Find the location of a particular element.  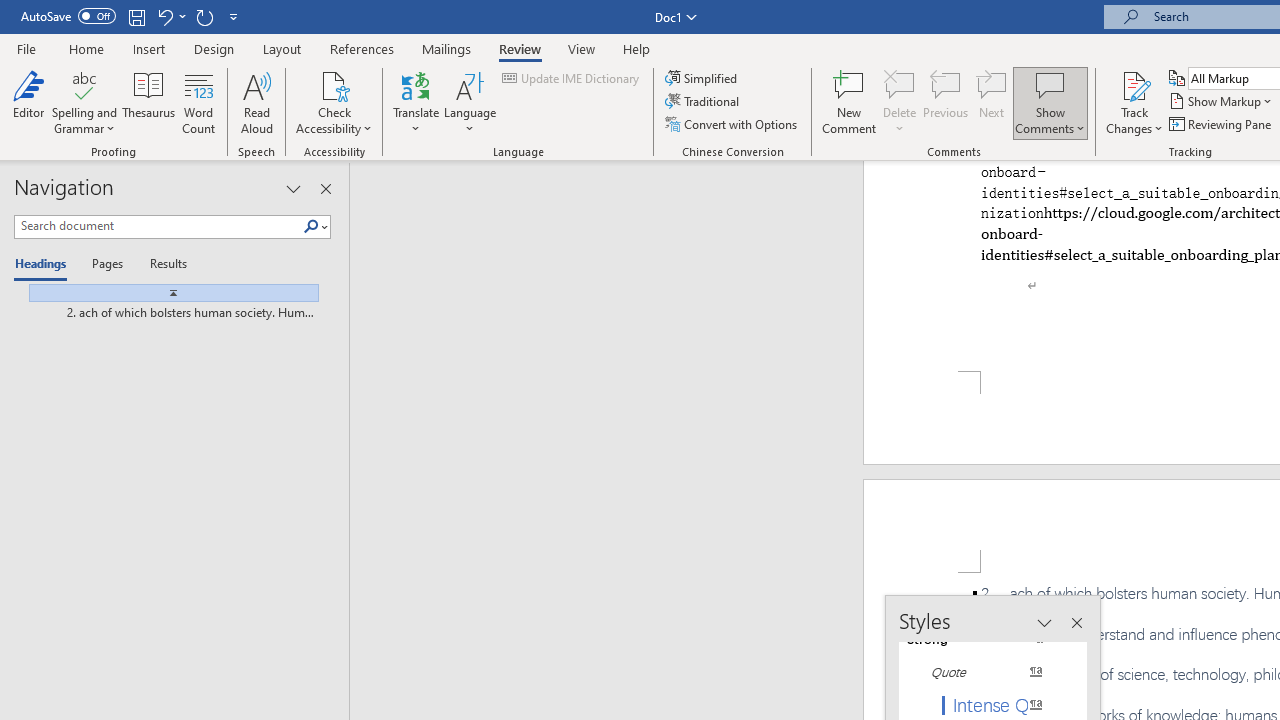

'Track Changes' is located at coordinates (1134, 84).